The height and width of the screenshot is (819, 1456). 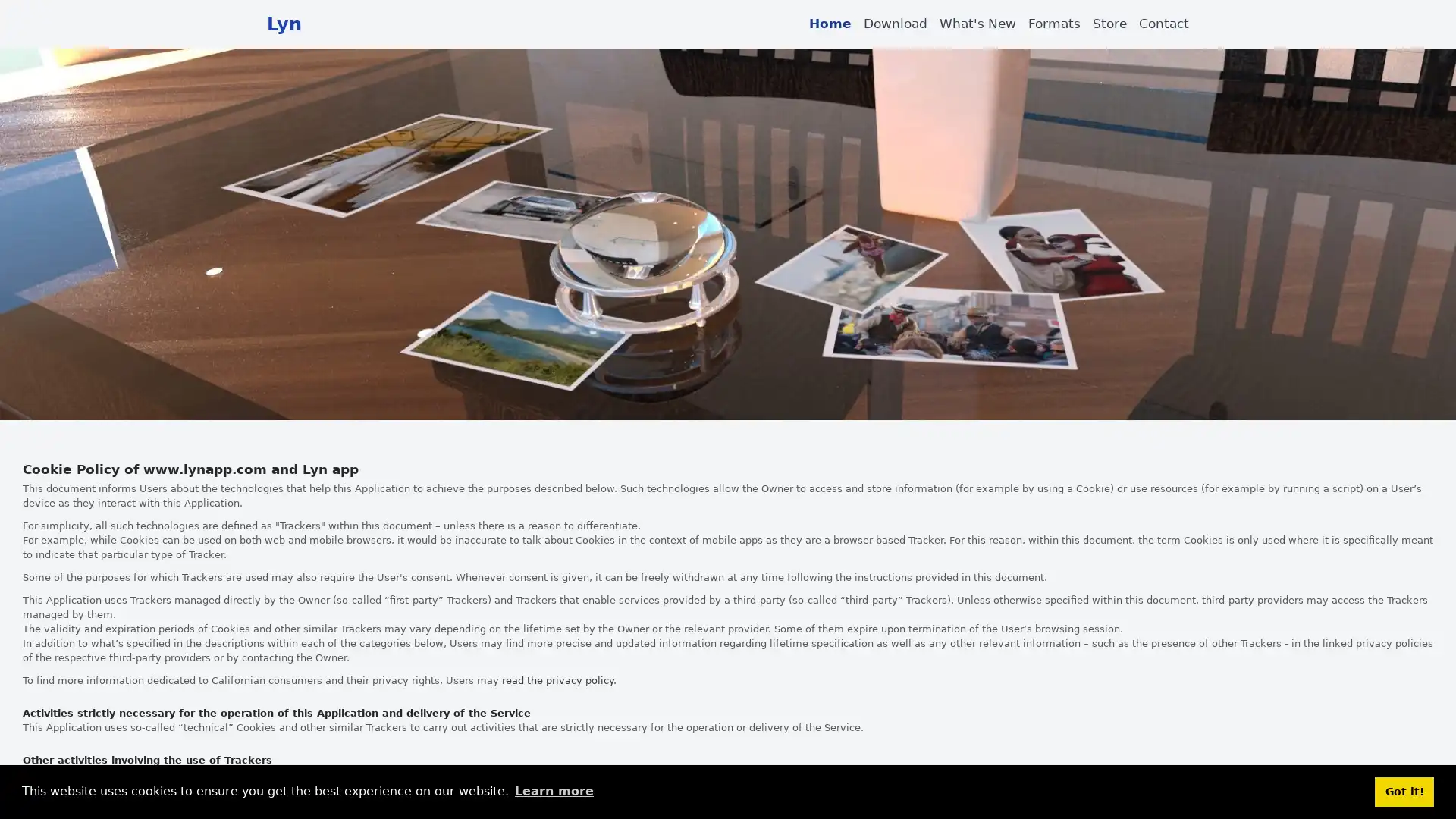 I want to click on dismiss cookie message, so click(x=1404, y=791).